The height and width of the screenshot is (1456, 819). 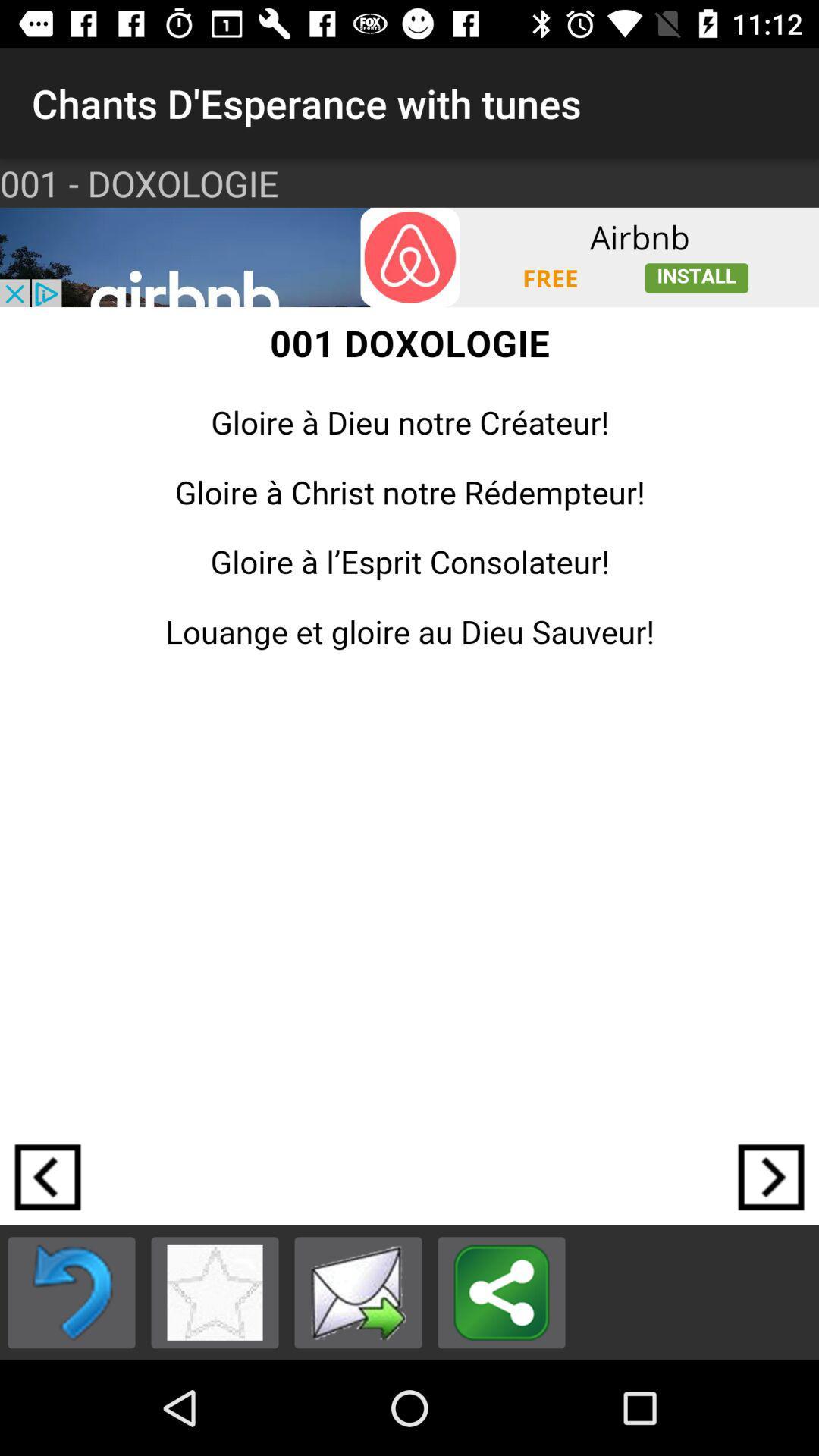 I want to click on share the article, so click(x=501, y=1291).